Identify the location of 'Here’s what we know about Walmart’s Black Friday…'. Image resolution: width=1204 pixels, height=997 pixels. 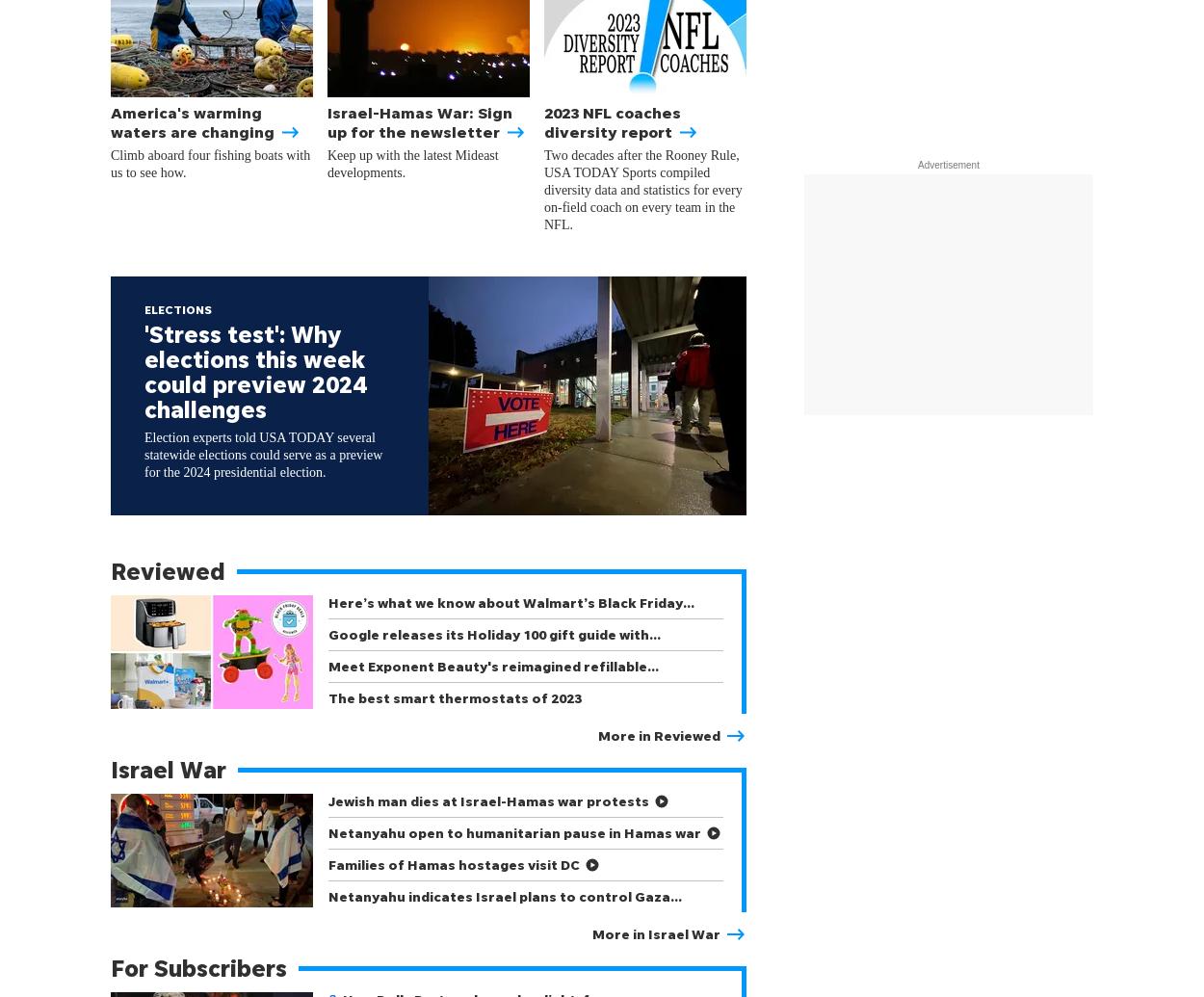
(511, 601).